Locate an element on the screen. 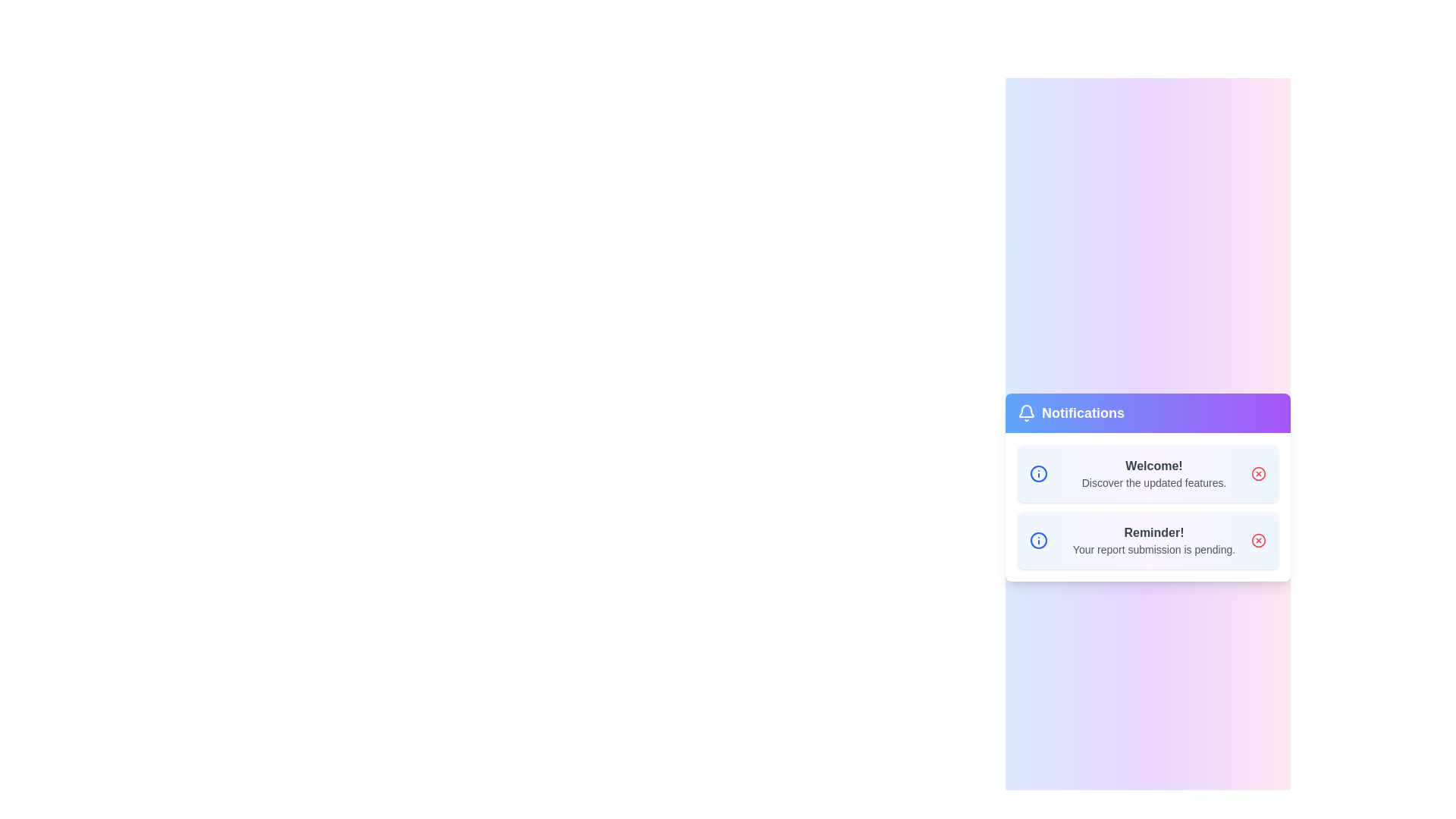 The image size is (1456, 819). descriptive text label that indicates the pending status of the report submission, located beneath the 'Reminder!' text within the notification card is located at coordinates (1153, 550).